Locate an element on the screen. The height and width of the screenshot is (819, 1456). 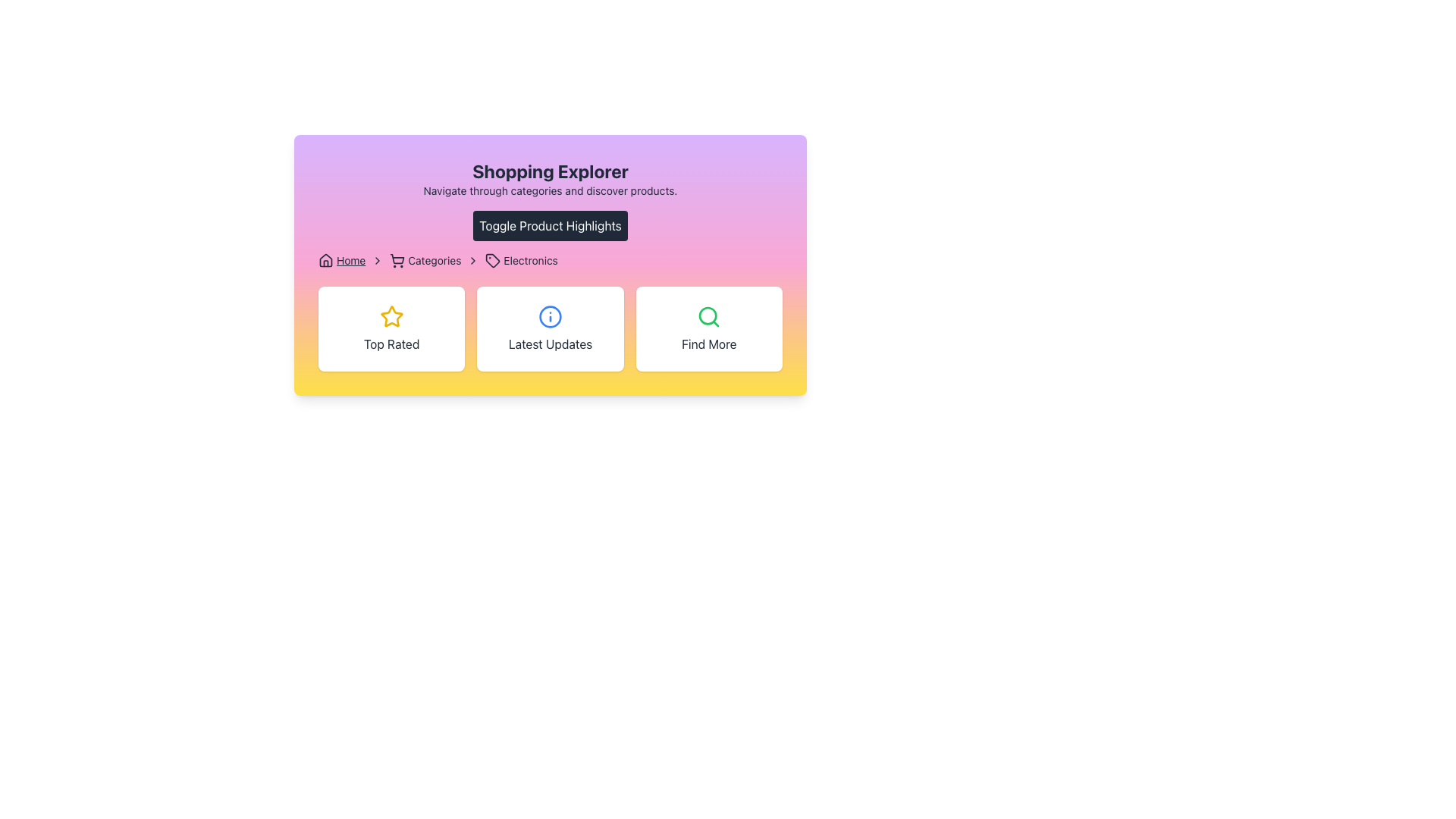
the house outline icon located at the beginning of the breadcrumb navigation is located at coordinates (325, 259).